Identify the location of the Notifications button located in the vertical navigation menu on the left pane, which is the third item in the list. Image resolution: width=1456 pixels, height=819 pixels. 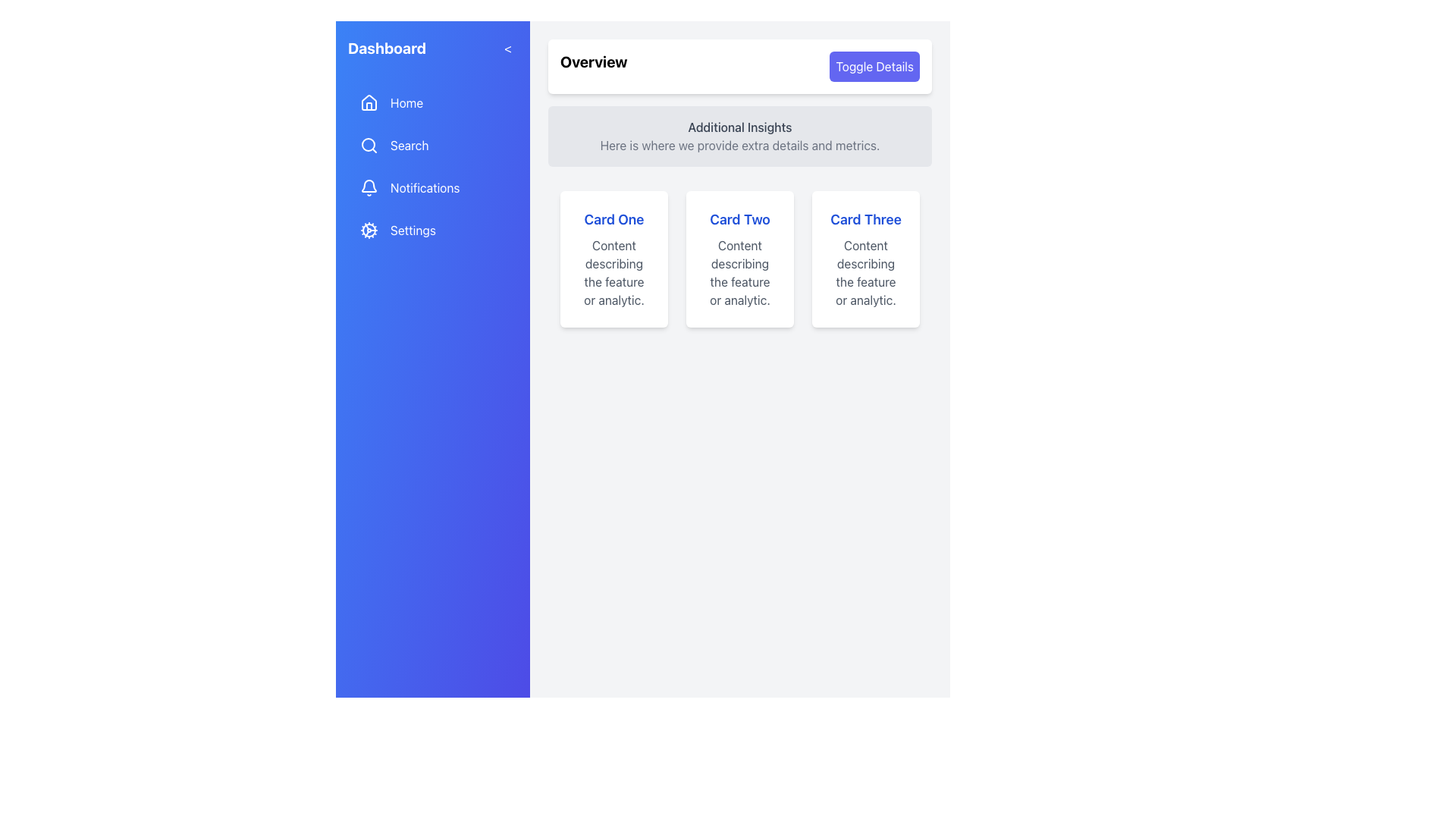
(432, 187).